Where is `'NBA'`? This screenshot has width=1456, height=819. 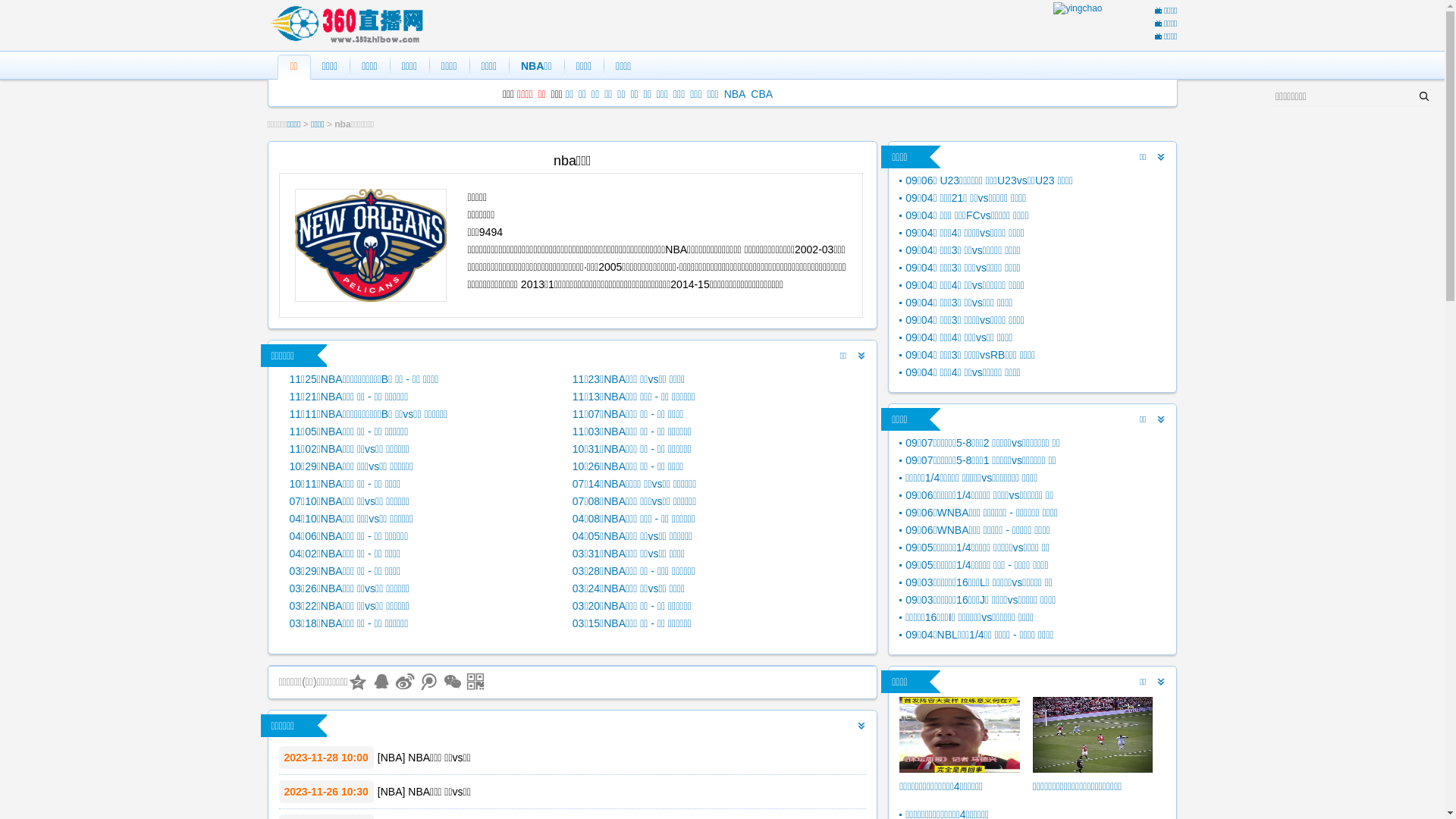 'NBA' is located at coordinates (391, 758).